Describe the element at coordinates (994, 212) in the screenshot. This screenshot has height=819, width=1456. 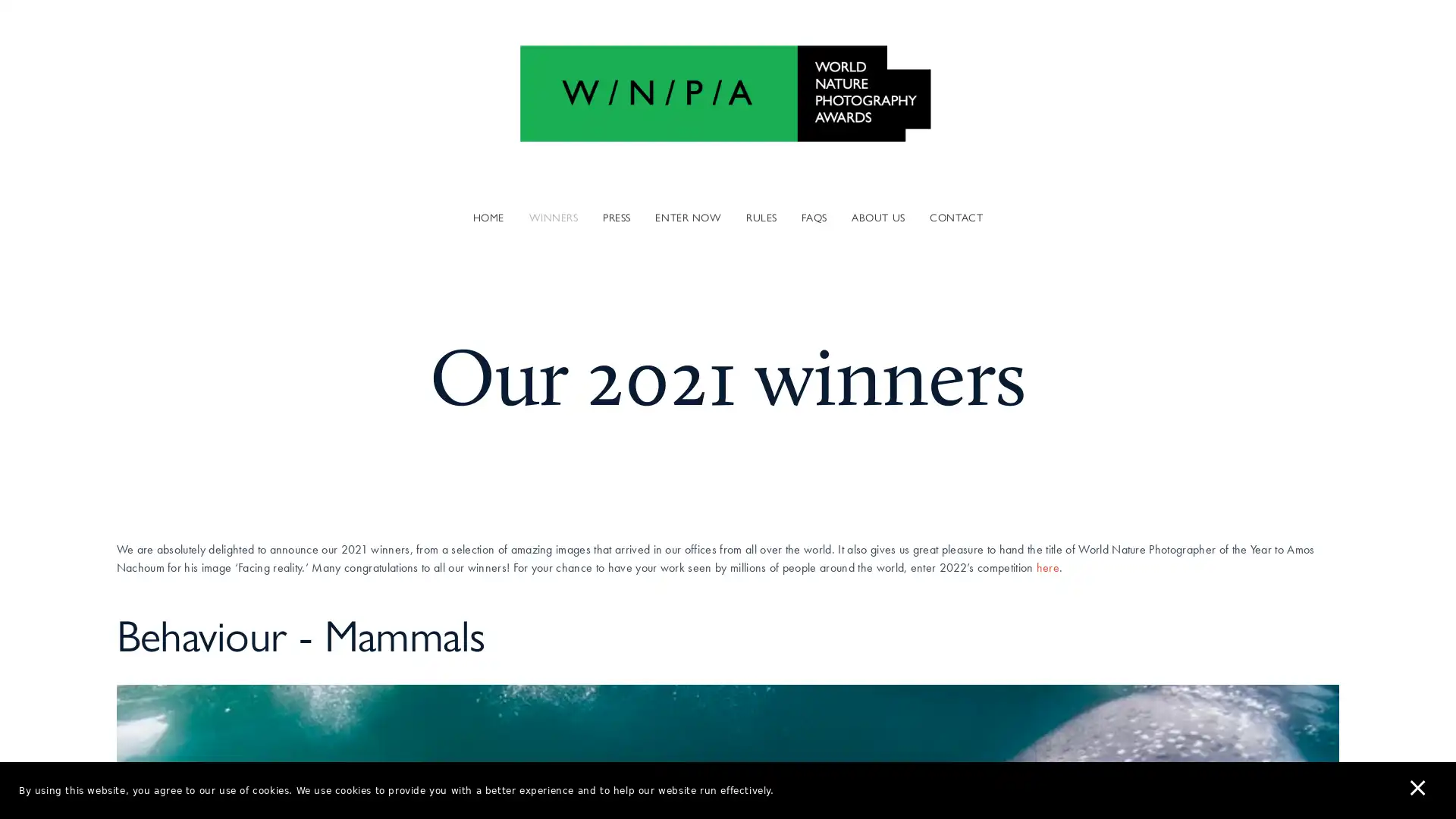
I see `Close` at that location.